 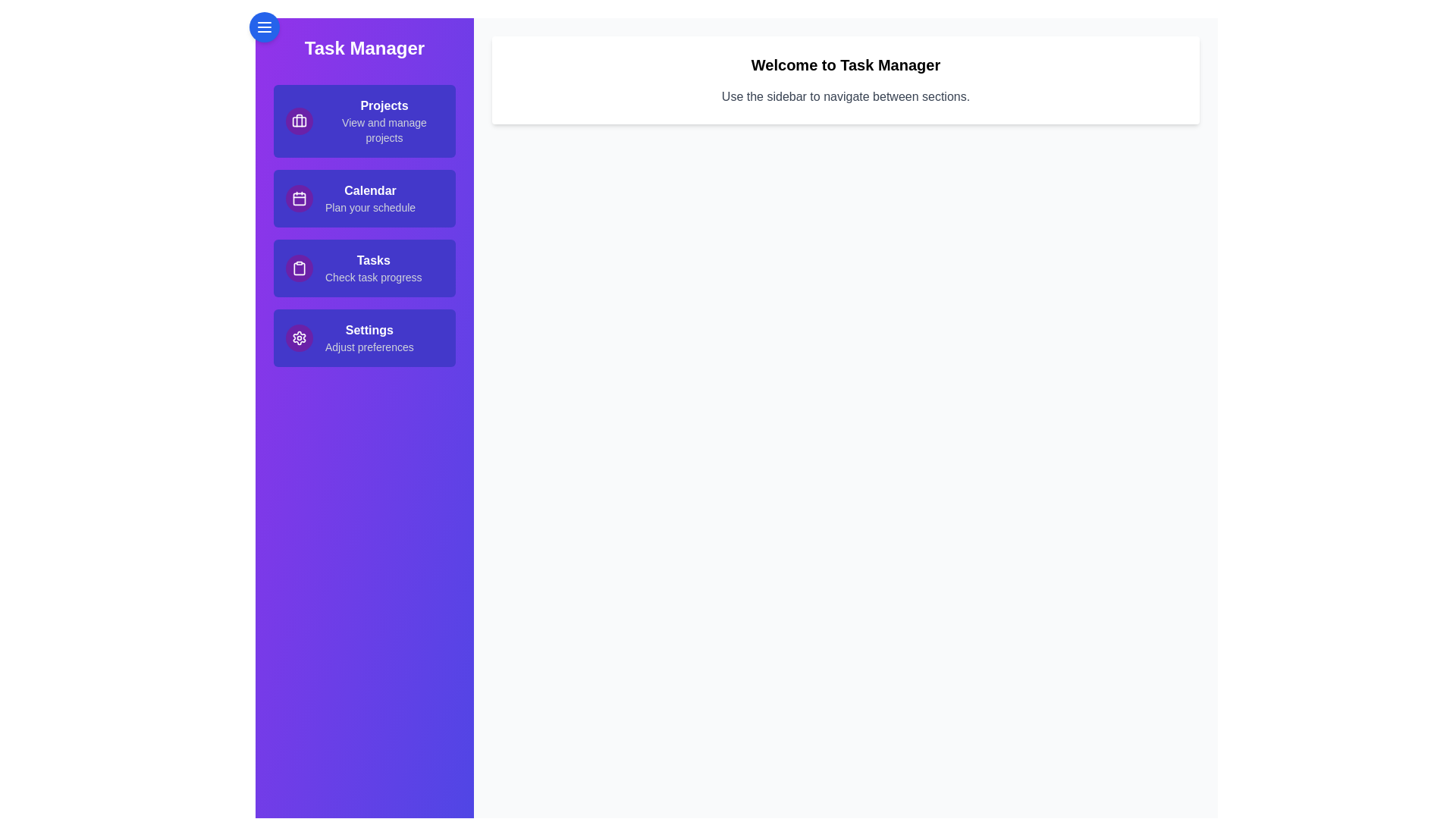 What do you see at coordinates (364, 337) in the screenshot?
I see `the sidebar item Settings to reveal its hover effect` at bounding box center [364, 337].